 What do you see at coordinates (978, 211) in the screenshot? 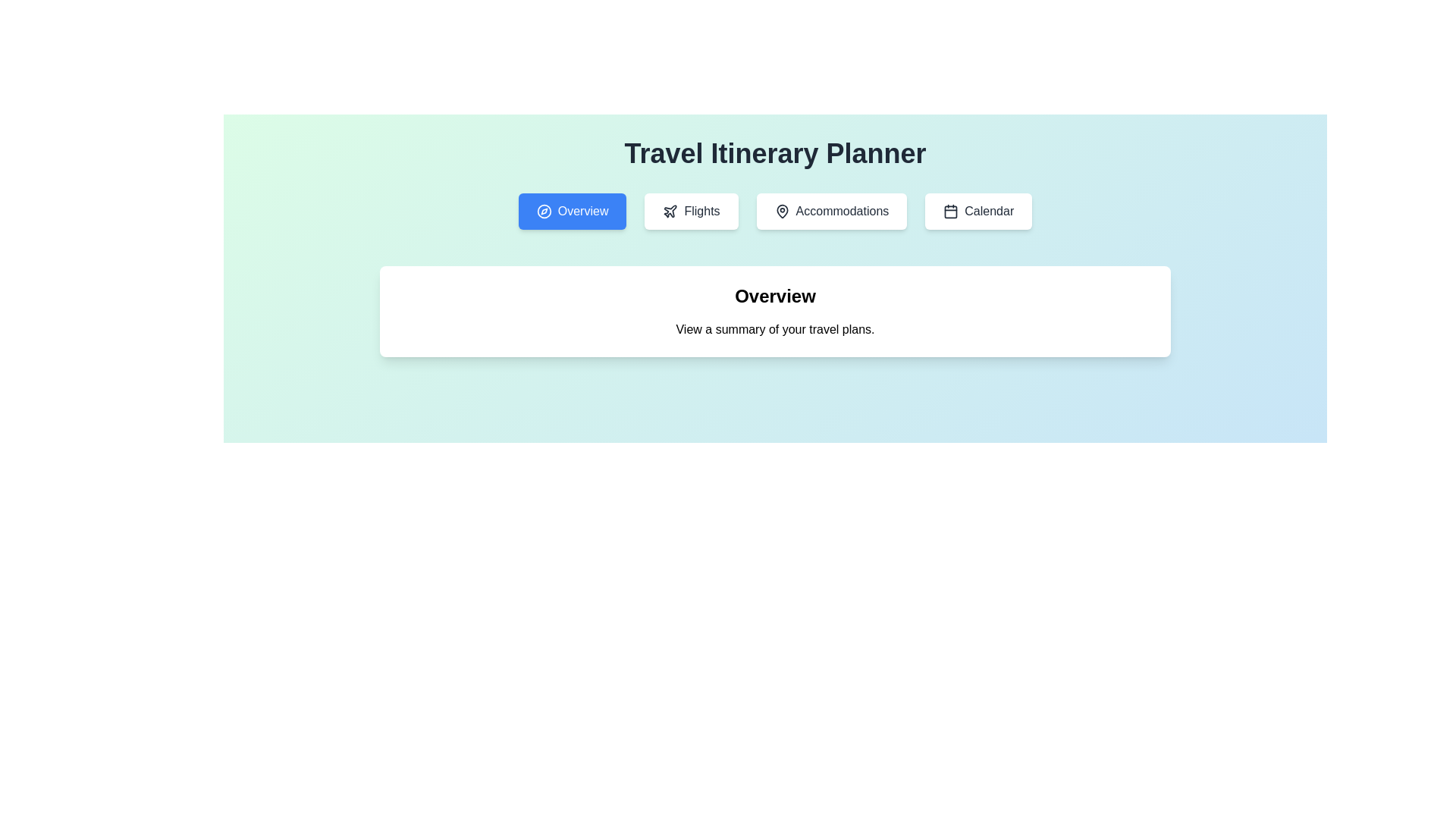
I see `the 'Calendar' button with a white background and gray text` at bounding box center [978, 211].